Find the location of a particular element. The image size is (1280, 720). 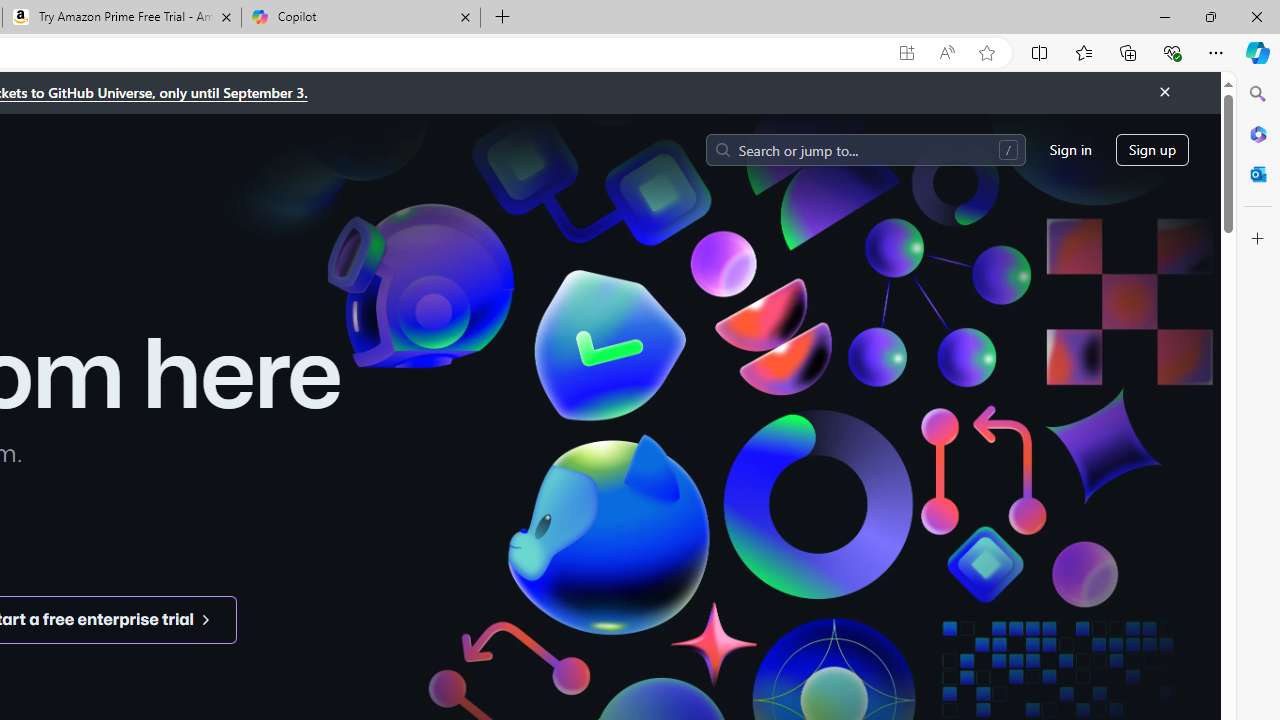

'Minimize' is located at coordinates (1164, 16).